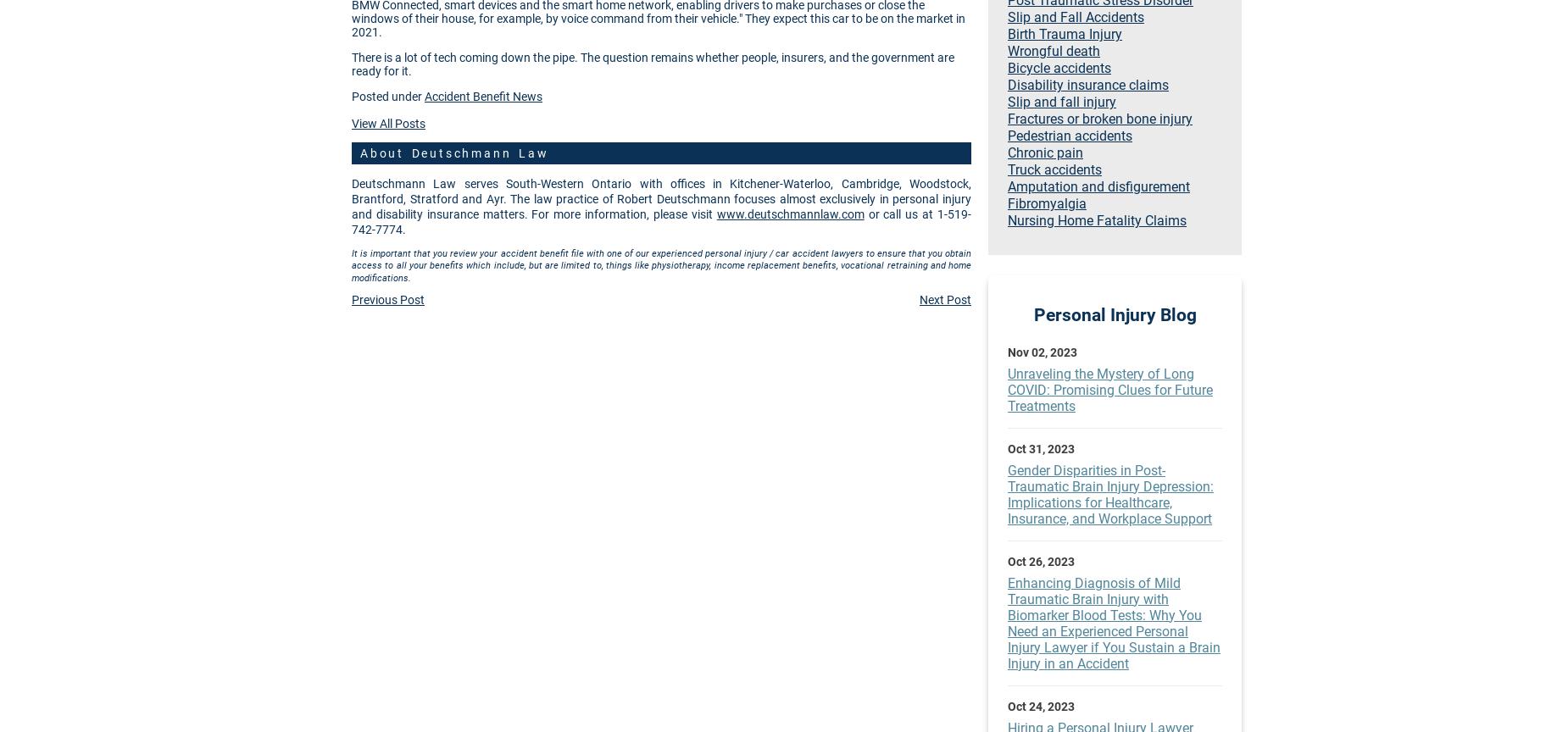 This screenshot has width=1568, height=732. Describe the element at coordinates (661, 198) in the screenshot. I see `'Deutschmann Law serves South-Western Ontario with offices in Kitchener-Waterloo, Cambridge, Woodstock, Brantford, Stratford and Ayr. The law practice of Robert Deutschmann focuses almost exclusively in personal injury and disability insurance matters. For more information, please visit'` at that location.